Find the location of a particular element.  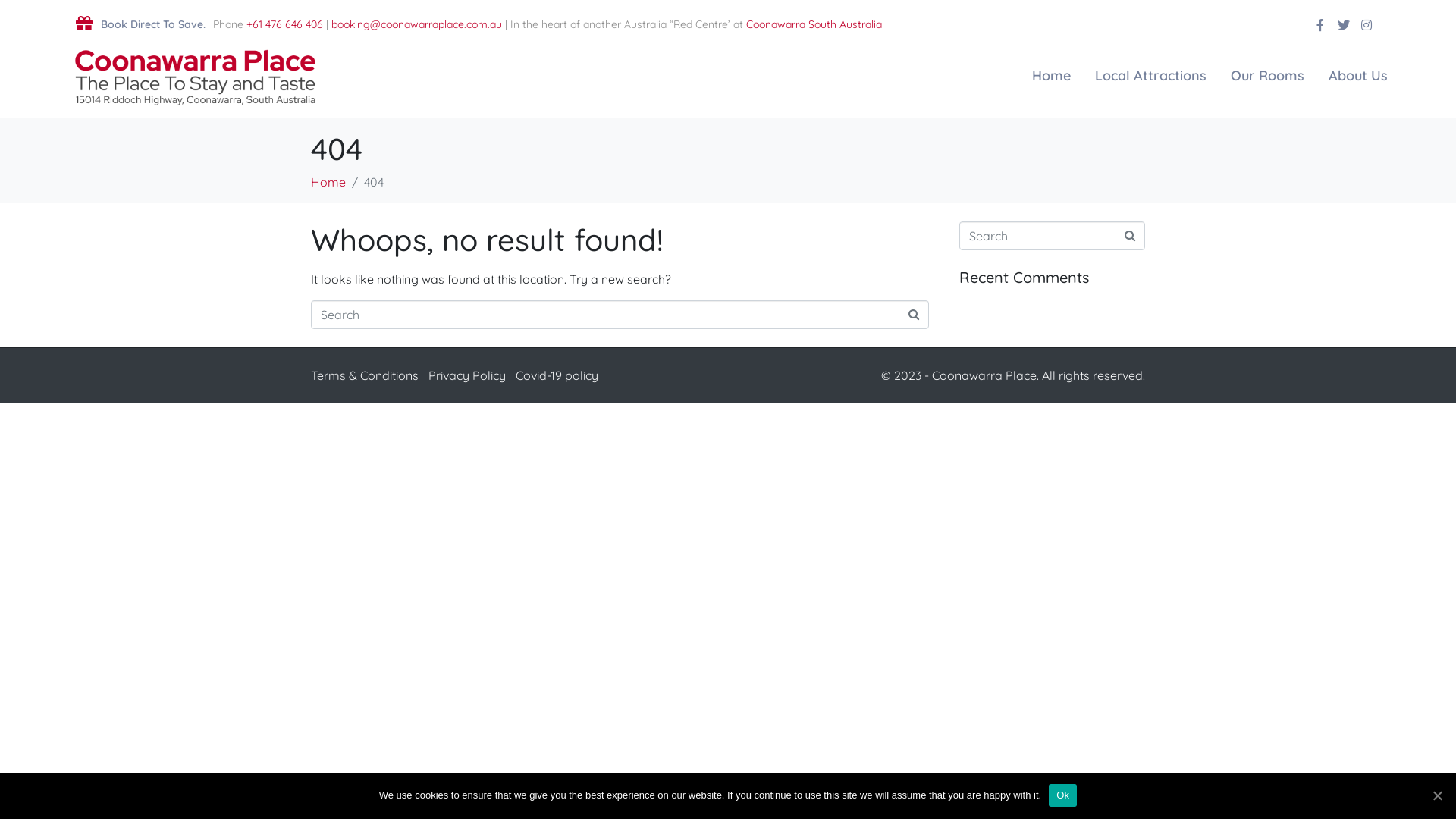

'booking@coonawarraplace.com.au' is located at coordinates (416, 24).